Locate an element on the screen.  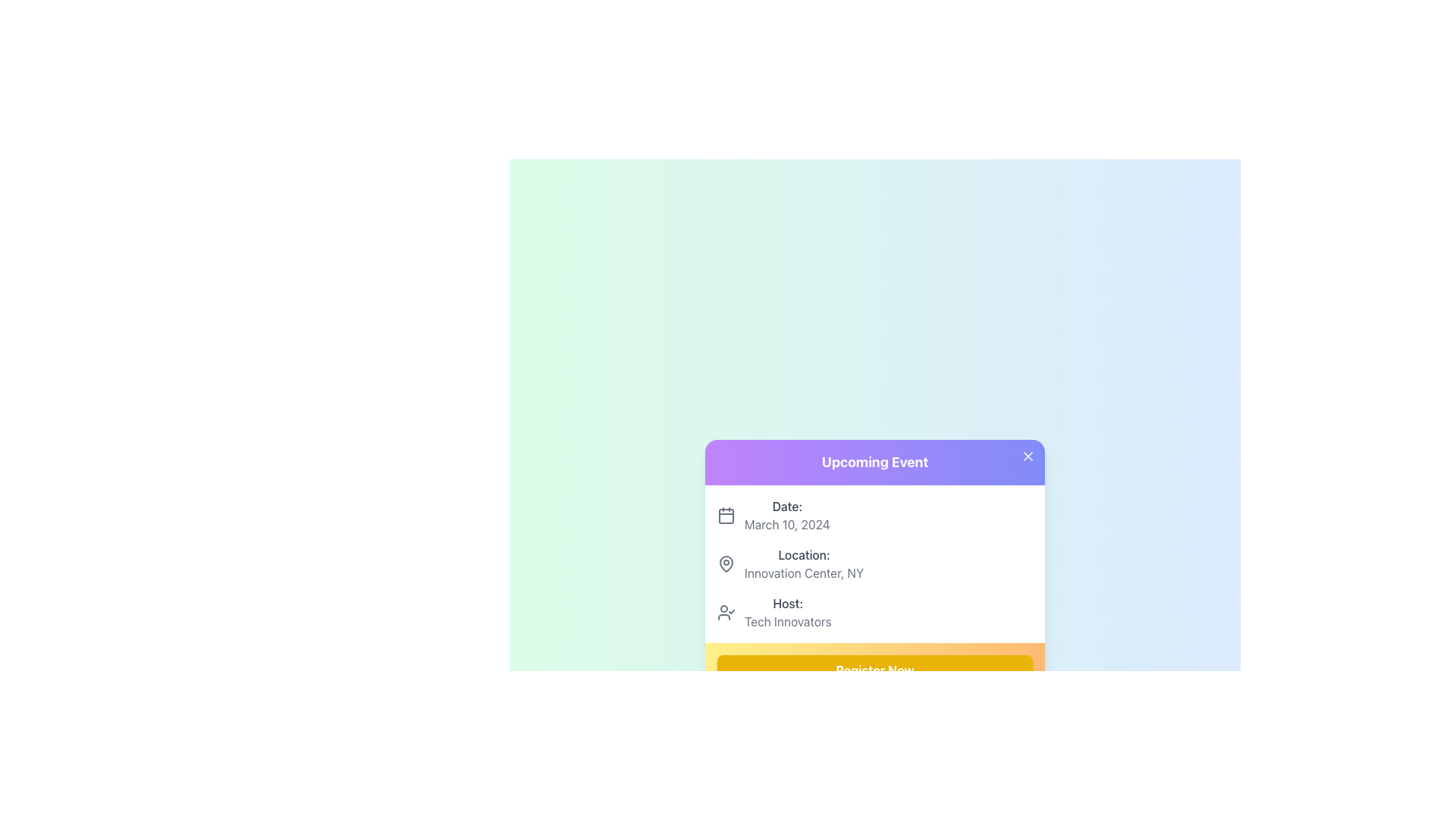
the Text label displaying 'Host:' which is styled in block font with medium weight and gray color, positioned in the upper part of the event information card above 'Tech Innovators' is located at coordinates (788, 602).